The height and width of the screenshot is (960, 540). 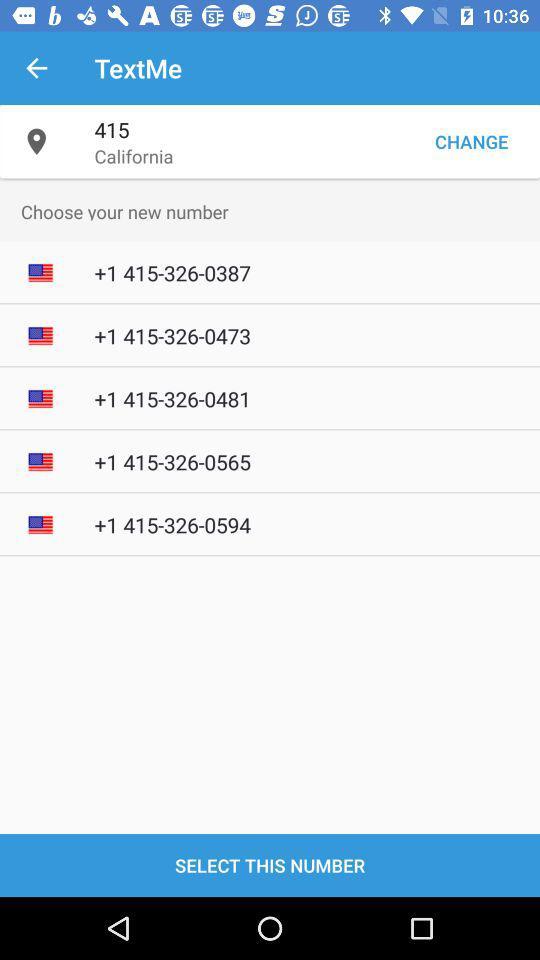 What do you see at coordinates (36, 68) in the screenshot?
I see `the item next to textme item` at bounding box center [36, 68].